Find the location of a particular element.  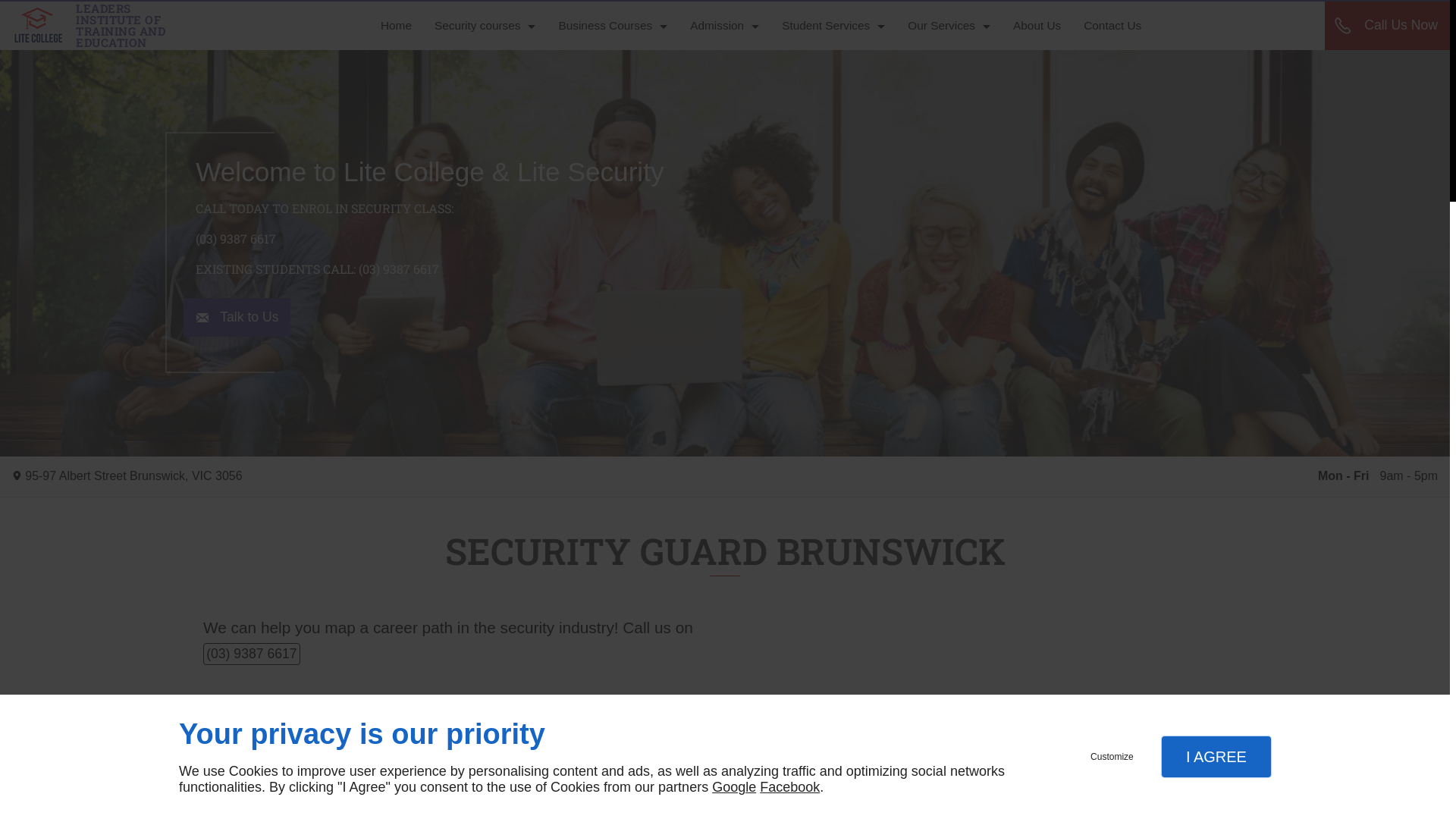

'Business Courses' is located at coordinates (612, 26).